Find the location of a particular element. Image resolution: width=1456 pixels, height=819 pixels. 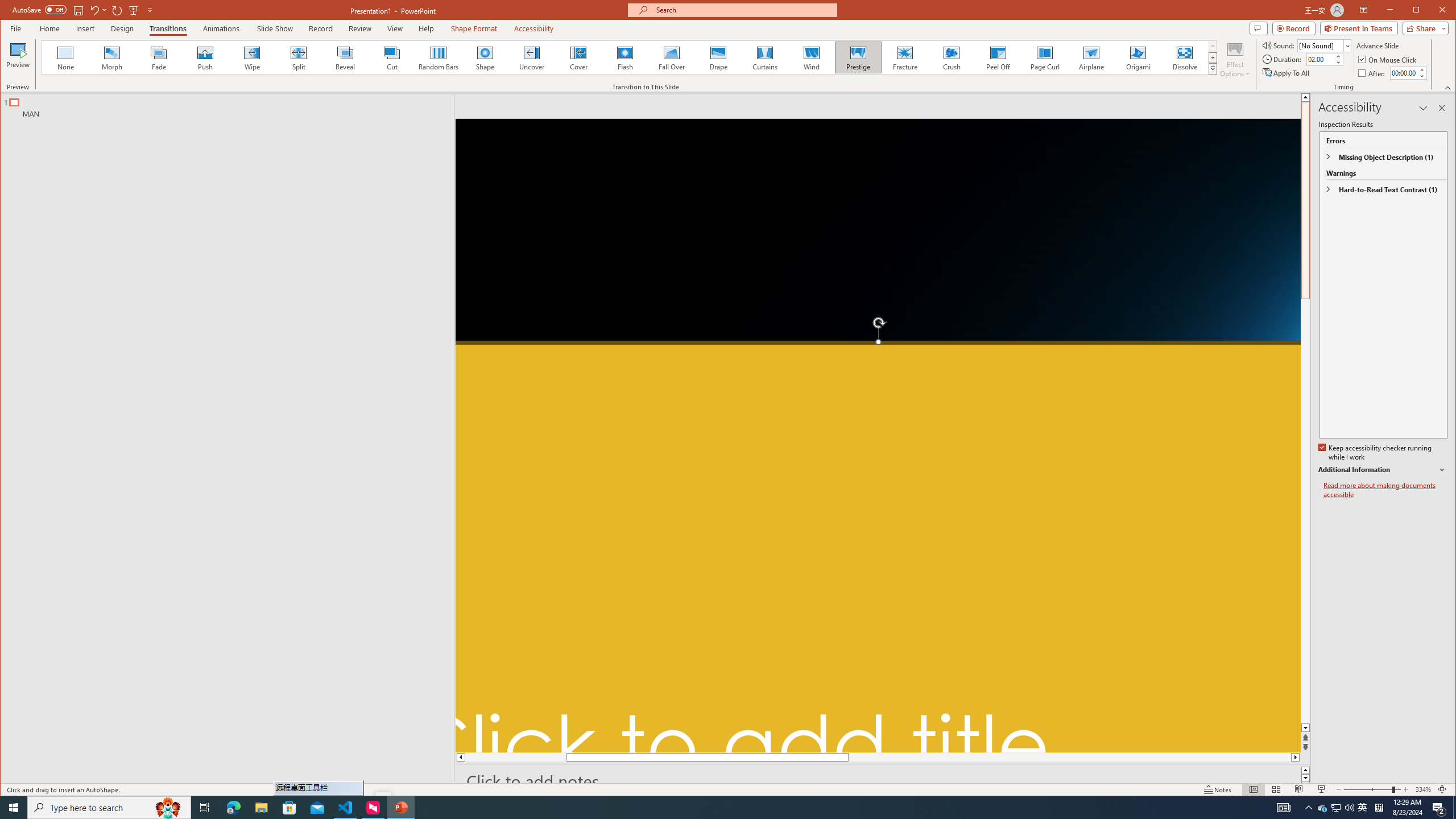

'AutoSave' is located at coordinates (39, 9).